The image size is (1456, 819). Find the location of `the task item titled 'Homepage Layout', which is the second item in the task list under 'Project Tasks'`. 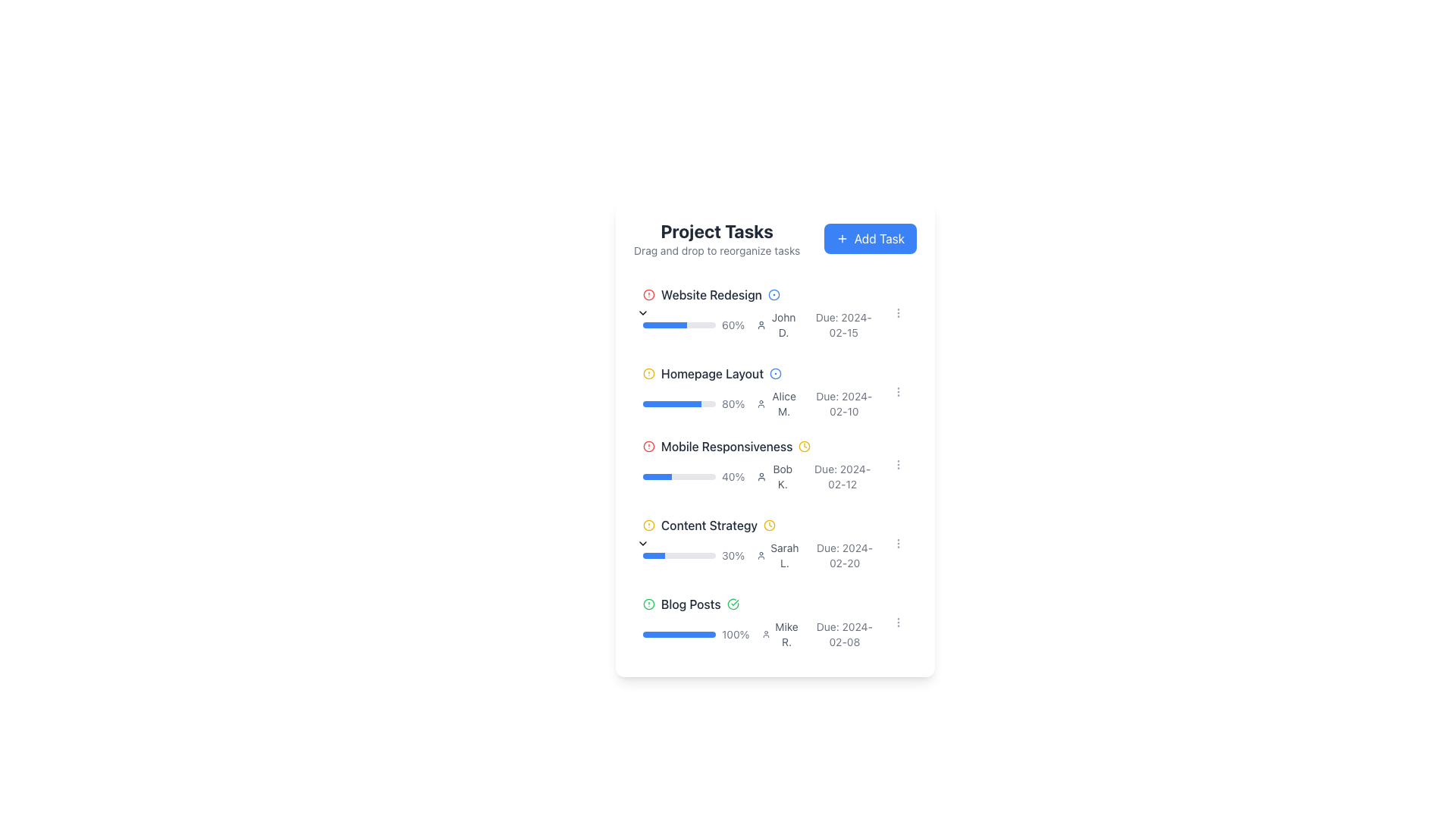

the task item titled 'Homepage Layout', which is the second item in the task list under 'Project Tasks' is located at coordinates (775, 388).